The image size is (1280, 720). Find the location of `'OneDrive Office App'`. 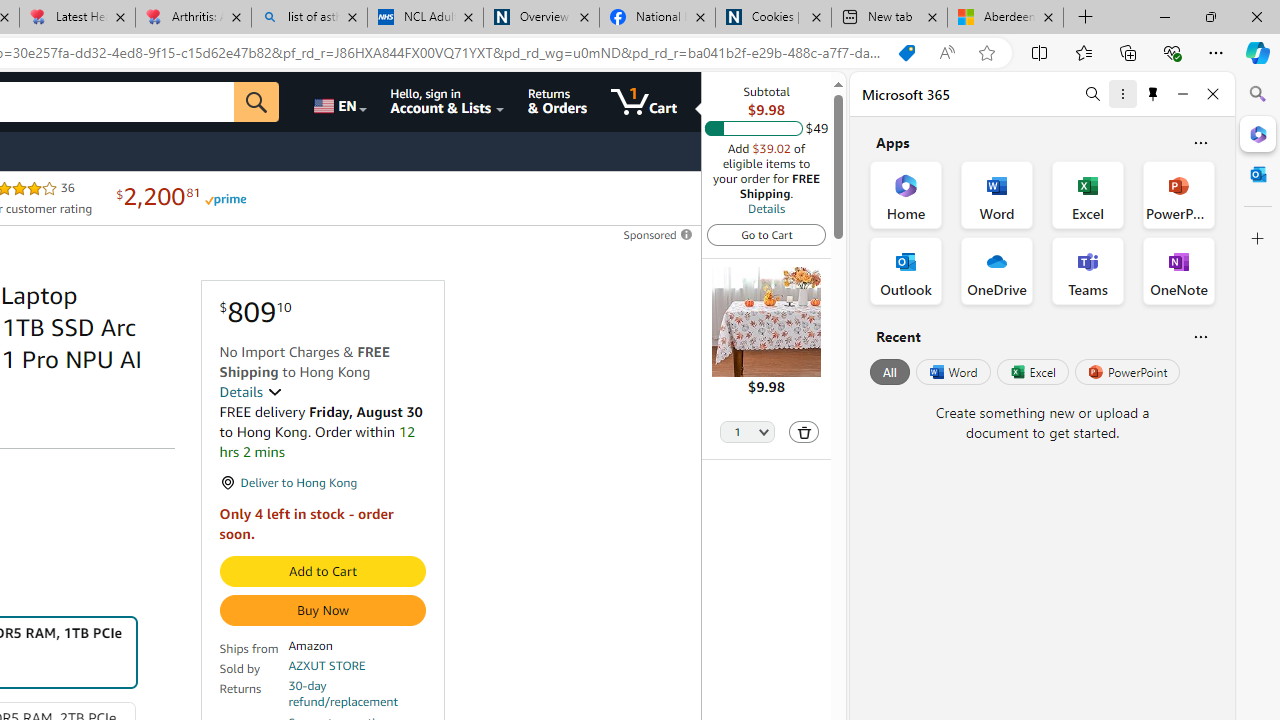

'OneDrive Office App' is located at coordinates (997, 271).